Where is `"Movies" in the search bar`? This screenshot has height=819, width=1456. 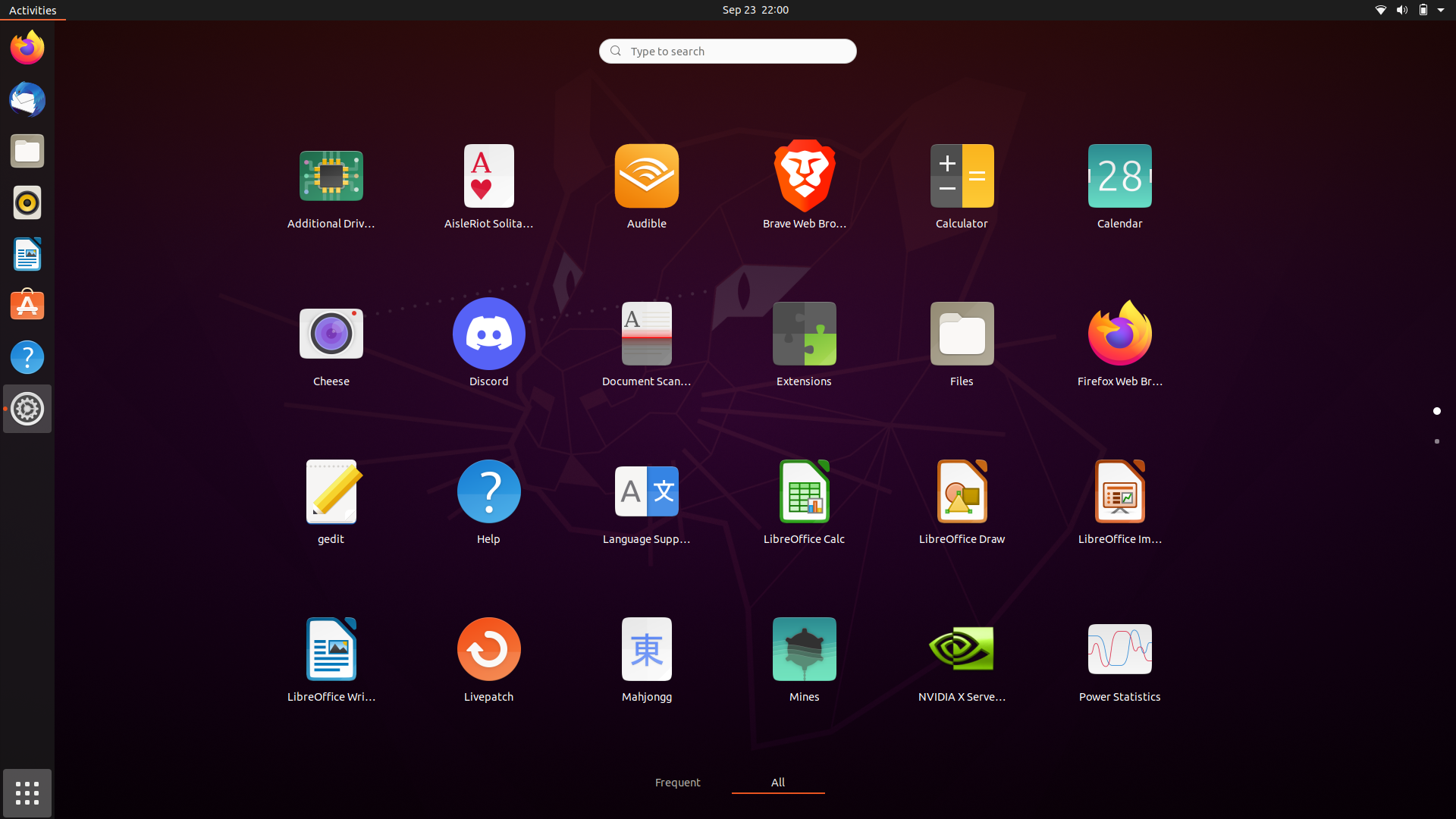
"Movies" in the search bar is located at coordinates (726, 49).